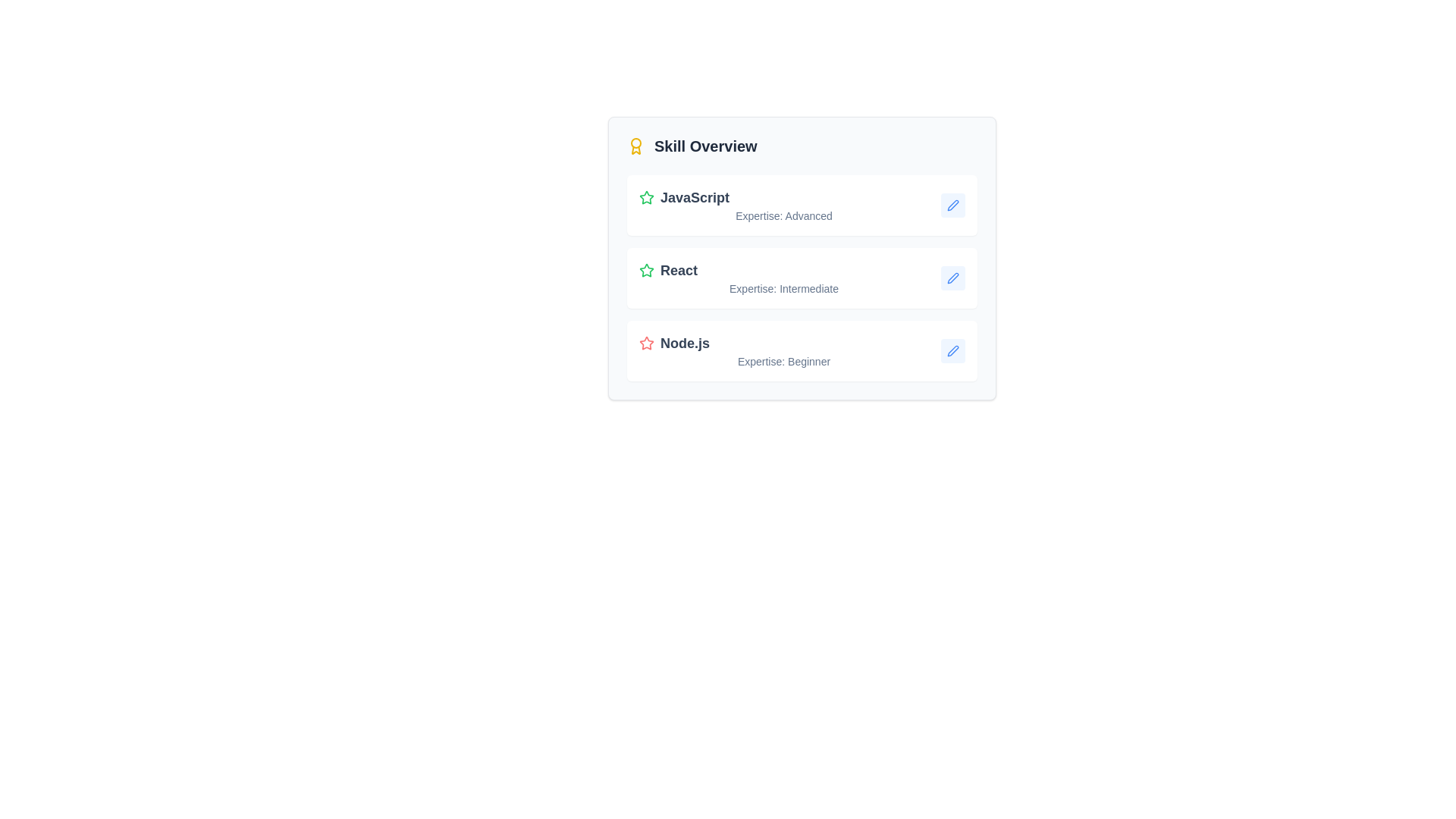 The height and width of the screenshot is (819, 1456). I want to click on the Composite information display for the skill 'React' with expertise level 'Intermediate', located in the 'Skill Overview' section, as the second item in the list, so click(783, 278).